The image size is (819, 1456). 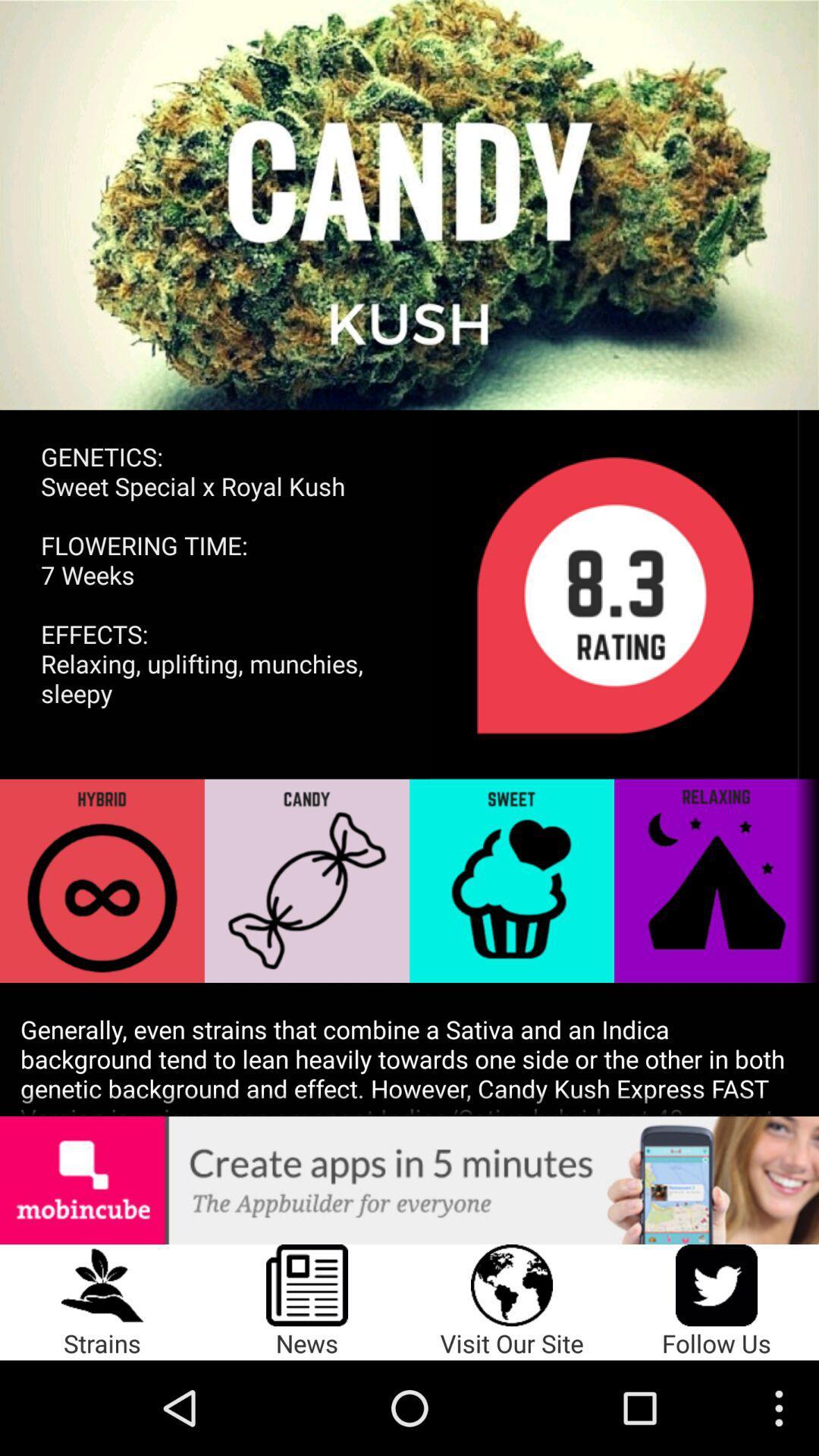 What do you see at coordinates (409, 1179) in the screenshot?
I see `visit advertisement` at bounding box center [409, 1179].